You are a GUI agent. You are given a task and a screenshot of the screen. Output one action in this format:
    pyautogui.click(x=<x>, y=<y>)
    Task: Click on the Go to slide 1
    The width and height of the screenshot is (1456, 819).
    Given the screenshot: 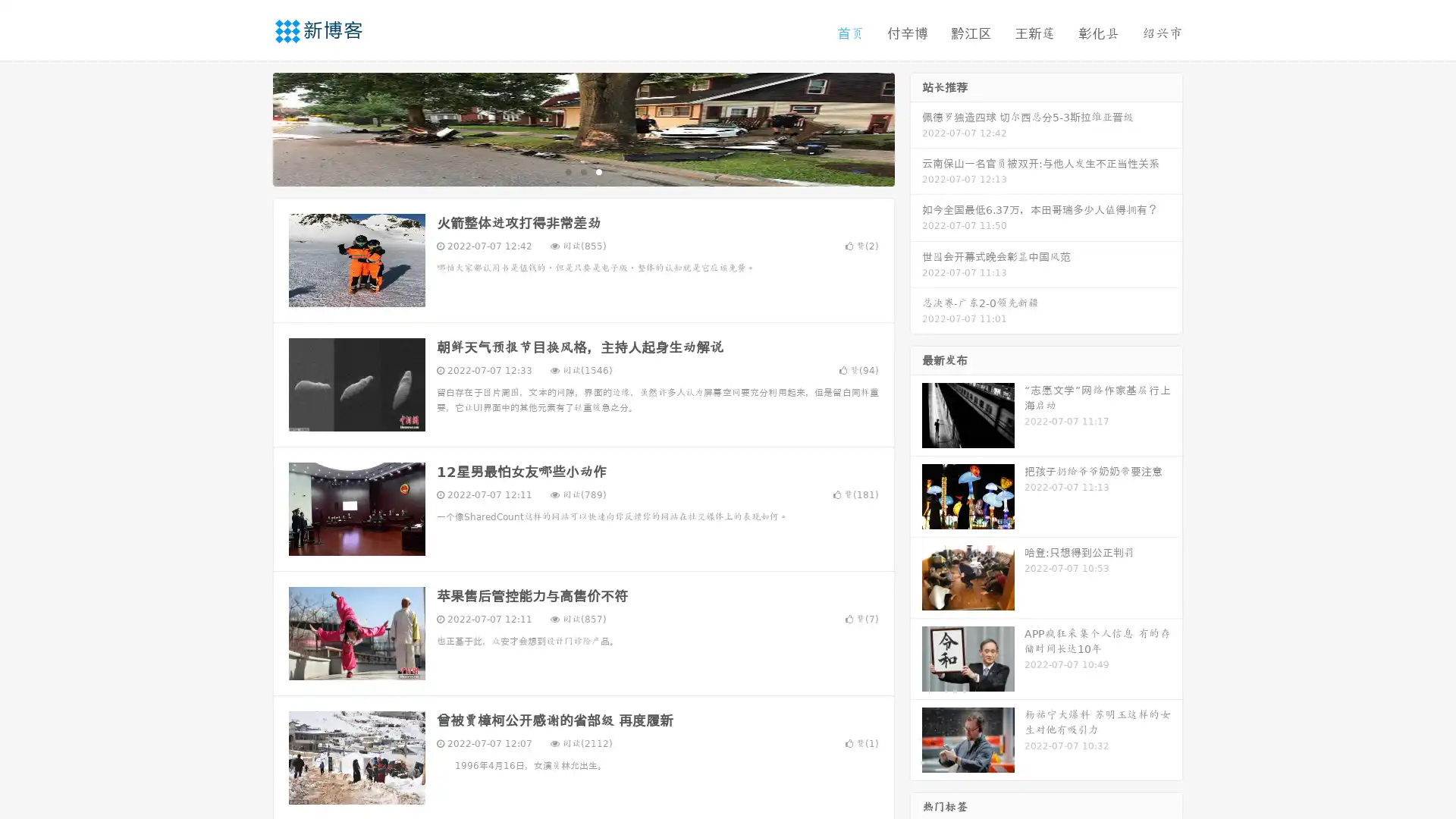 What is the action you would take?
    pyautogui.click(x=567, y=171)
    